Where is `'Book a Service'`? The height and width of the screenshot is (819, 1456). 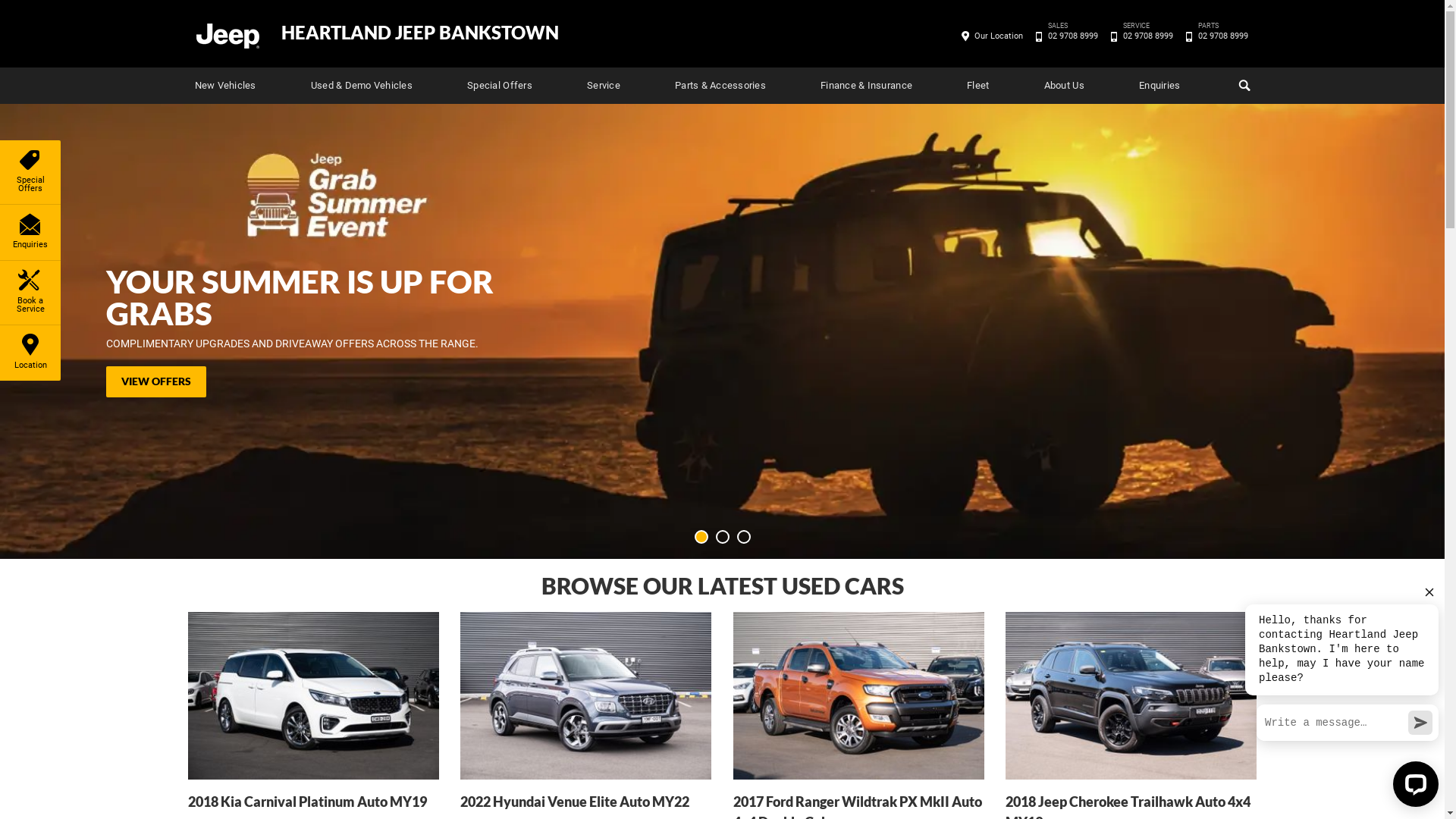 'Book a Service' is located at coordinates (30, 292).